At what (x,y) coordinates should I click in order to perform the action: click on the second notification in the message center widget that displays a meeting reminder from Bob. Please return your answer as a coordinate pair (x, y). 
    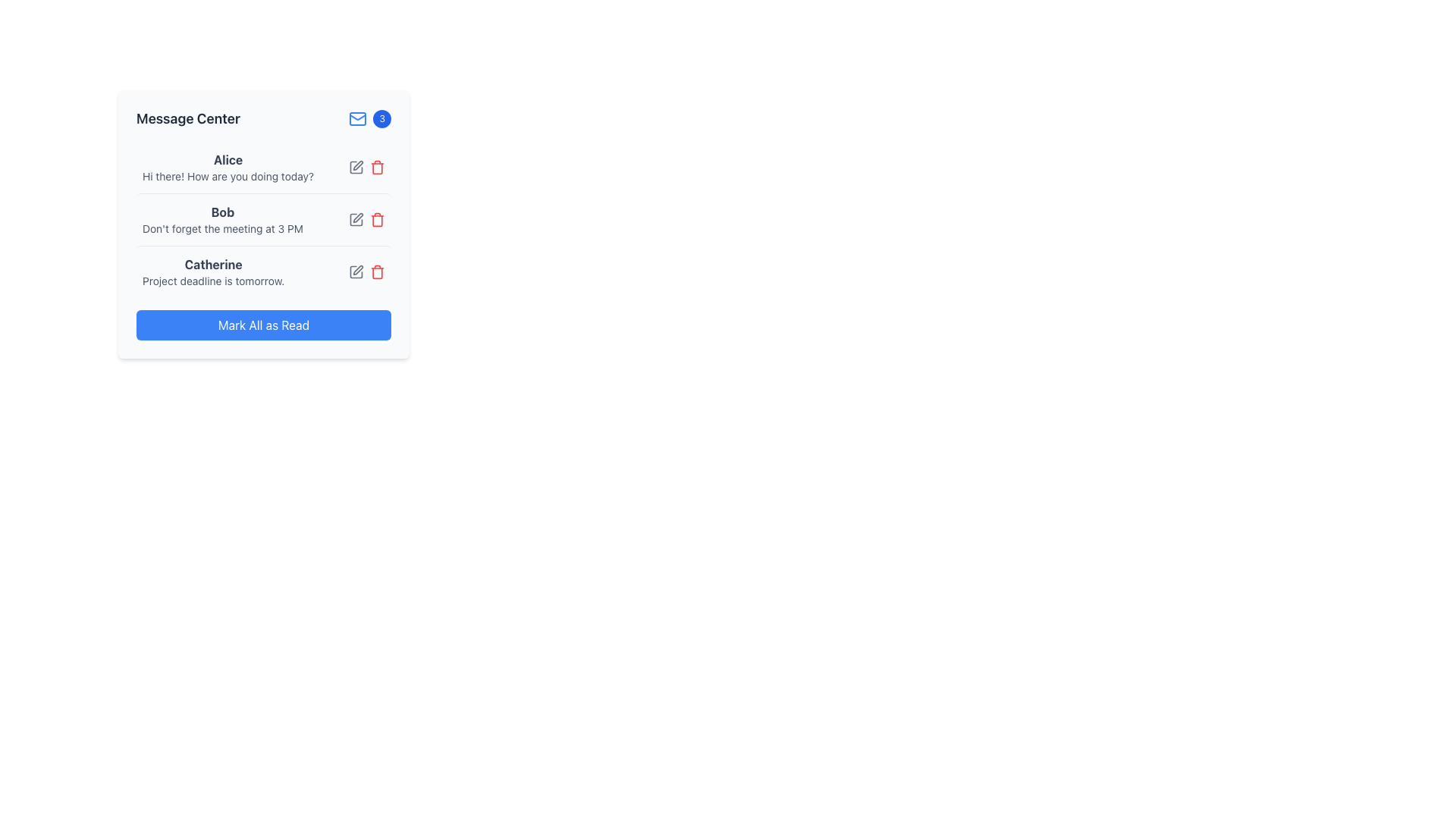
    Looking at the image, I should click on (263, 219).